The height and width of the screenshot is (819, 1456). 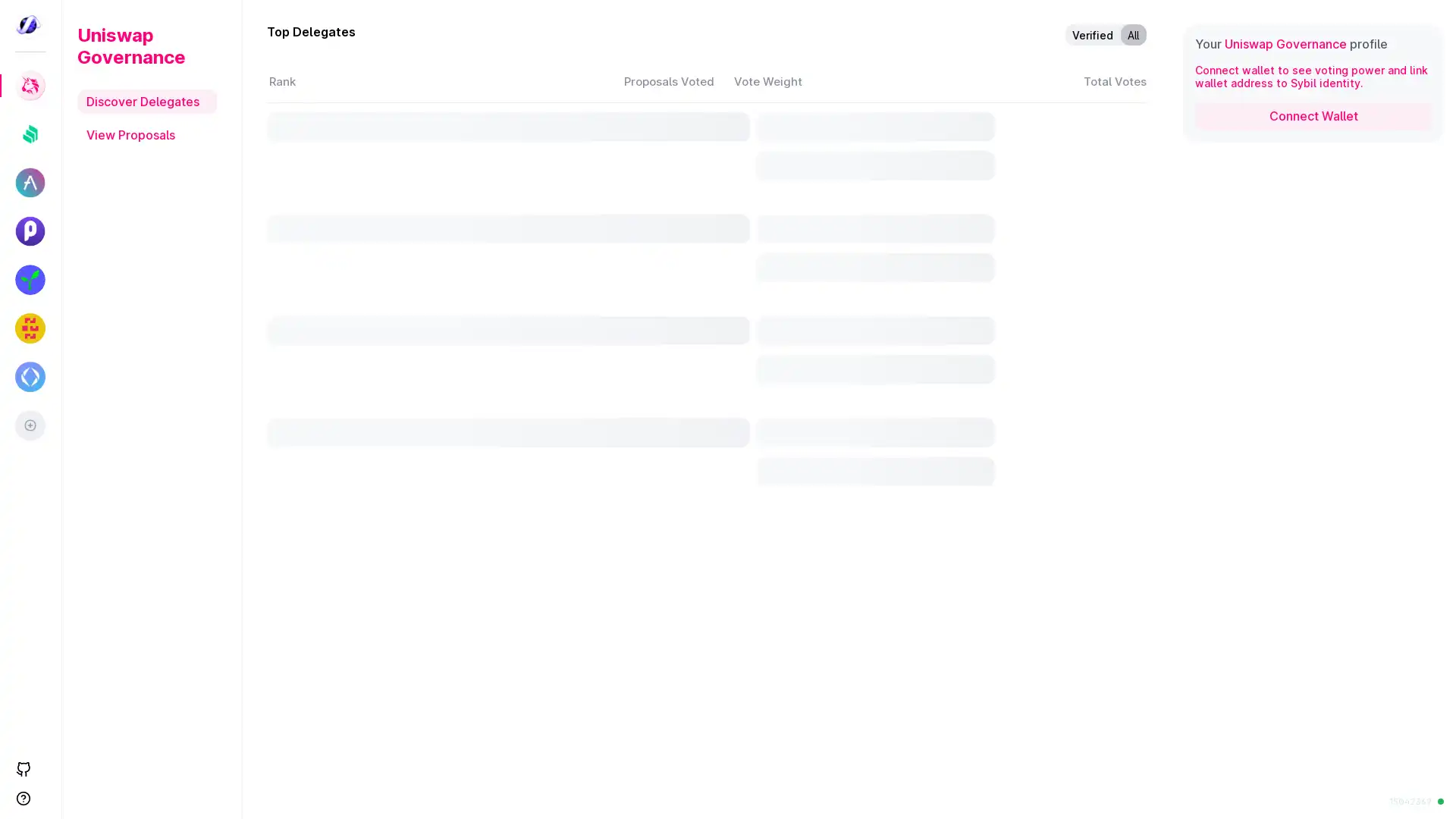 I want to click on Delegate, so click(x=1006, y=316).